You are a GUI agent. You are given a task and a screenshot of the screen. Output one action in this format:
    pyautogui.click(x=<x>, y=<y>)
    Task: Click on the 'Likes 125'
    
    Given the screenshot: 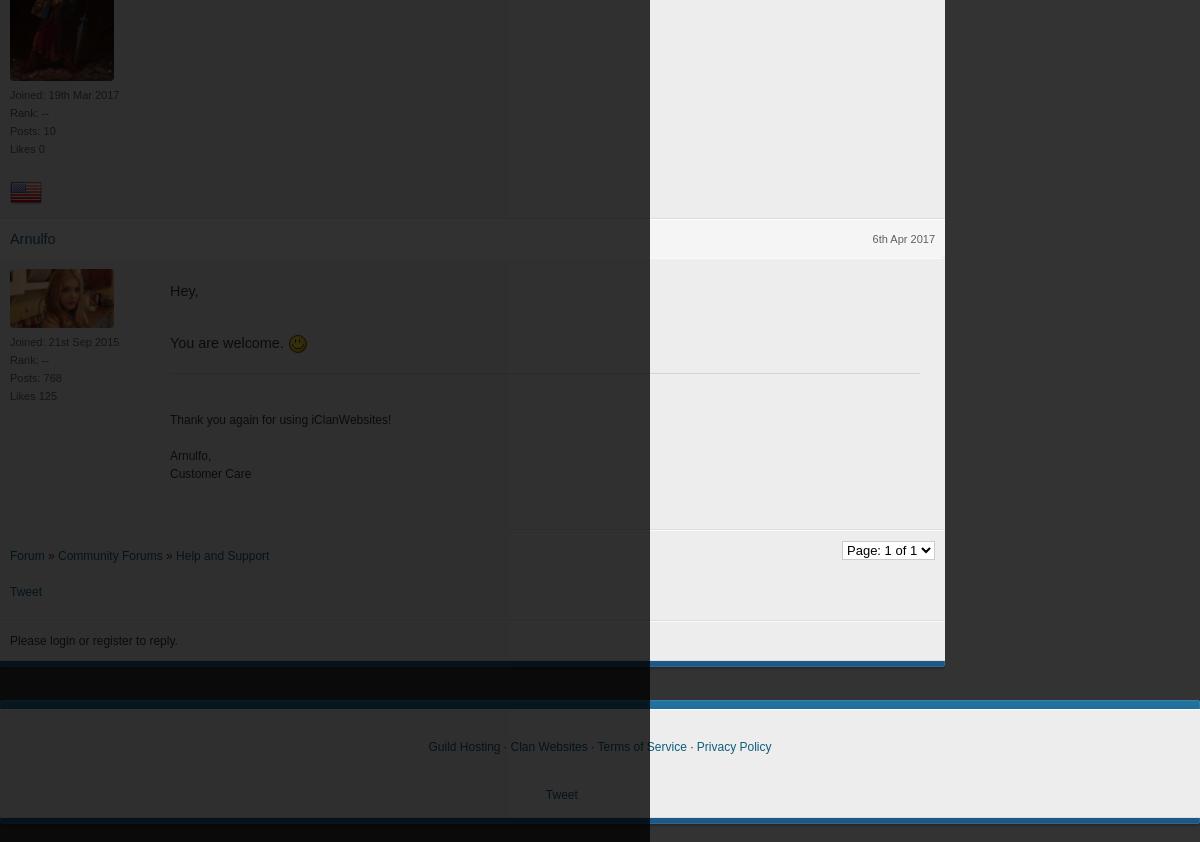 What is the action you would take?
    pyautogui.click(x=33, y=394)
    